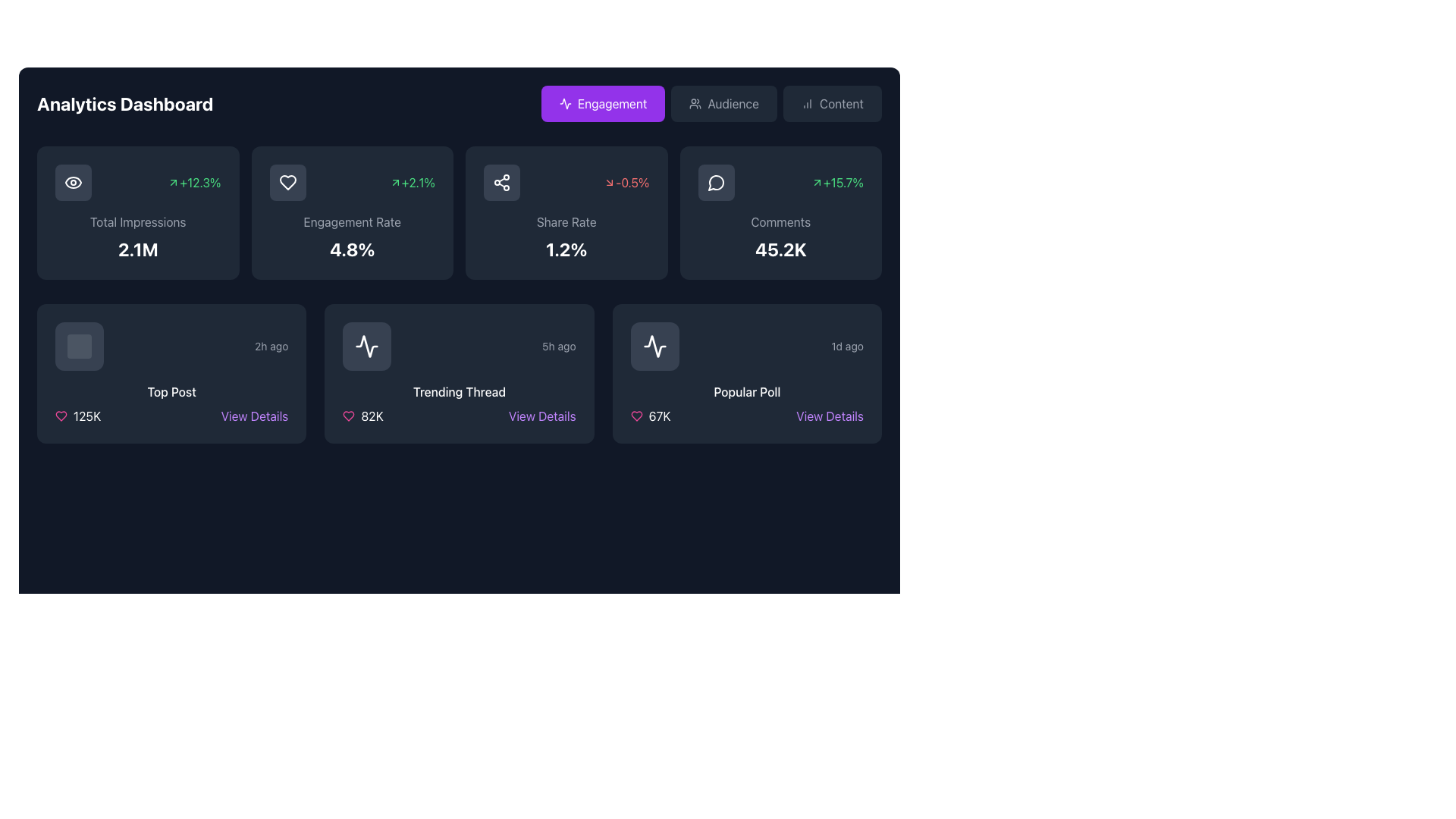 The width and height of the screenshot is (1456, 819). I want to click on the Text label that indicates the share rate of the analytics dashboard, which is located in the 'Share Rate' section, below the share icon and percentage rate '-0.5%', and above the metric value '1.2%.', so click(566, 222).